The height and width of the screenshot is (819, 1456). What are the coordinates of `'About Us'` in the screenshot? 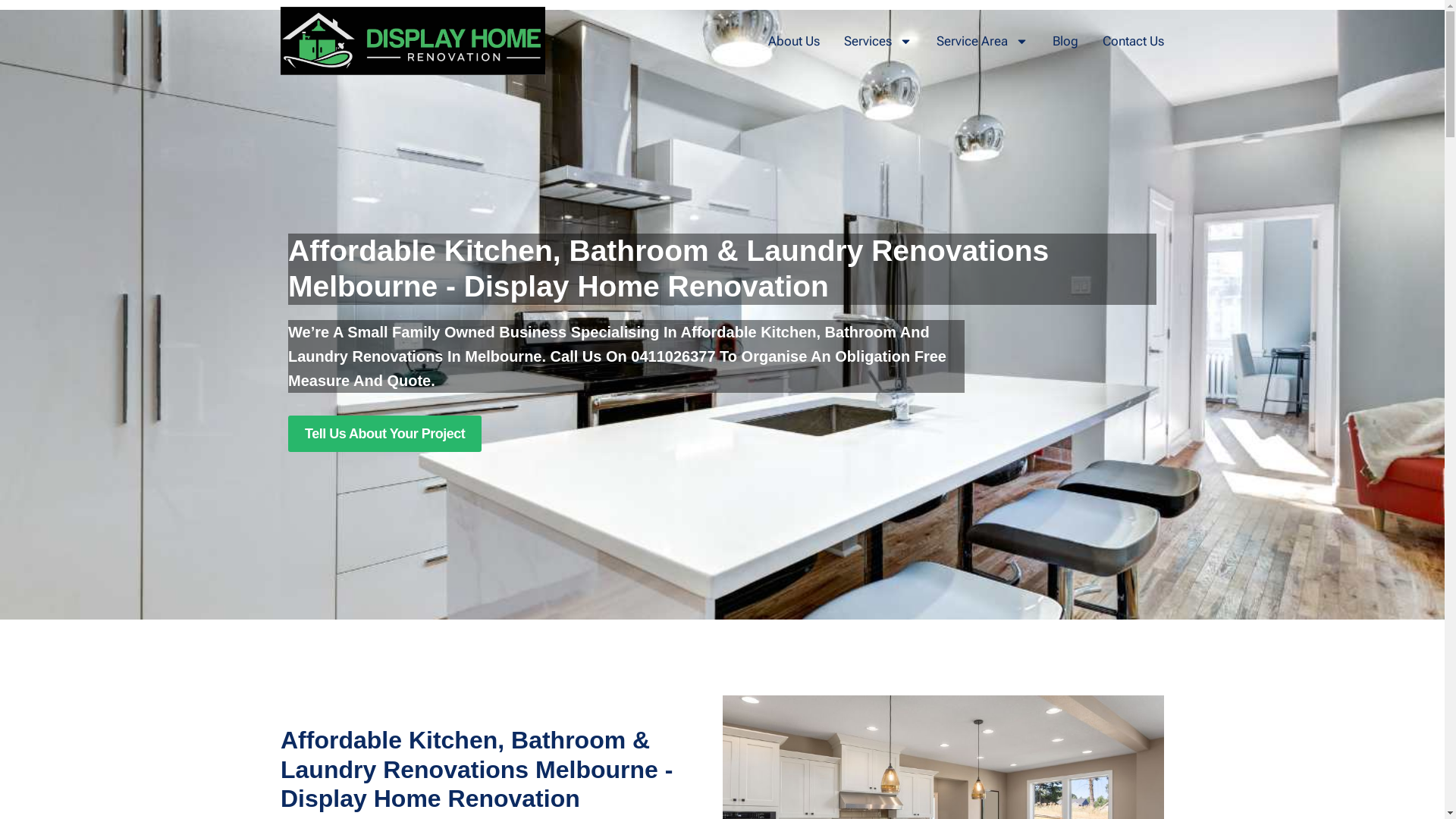 It's located at (792, 40).